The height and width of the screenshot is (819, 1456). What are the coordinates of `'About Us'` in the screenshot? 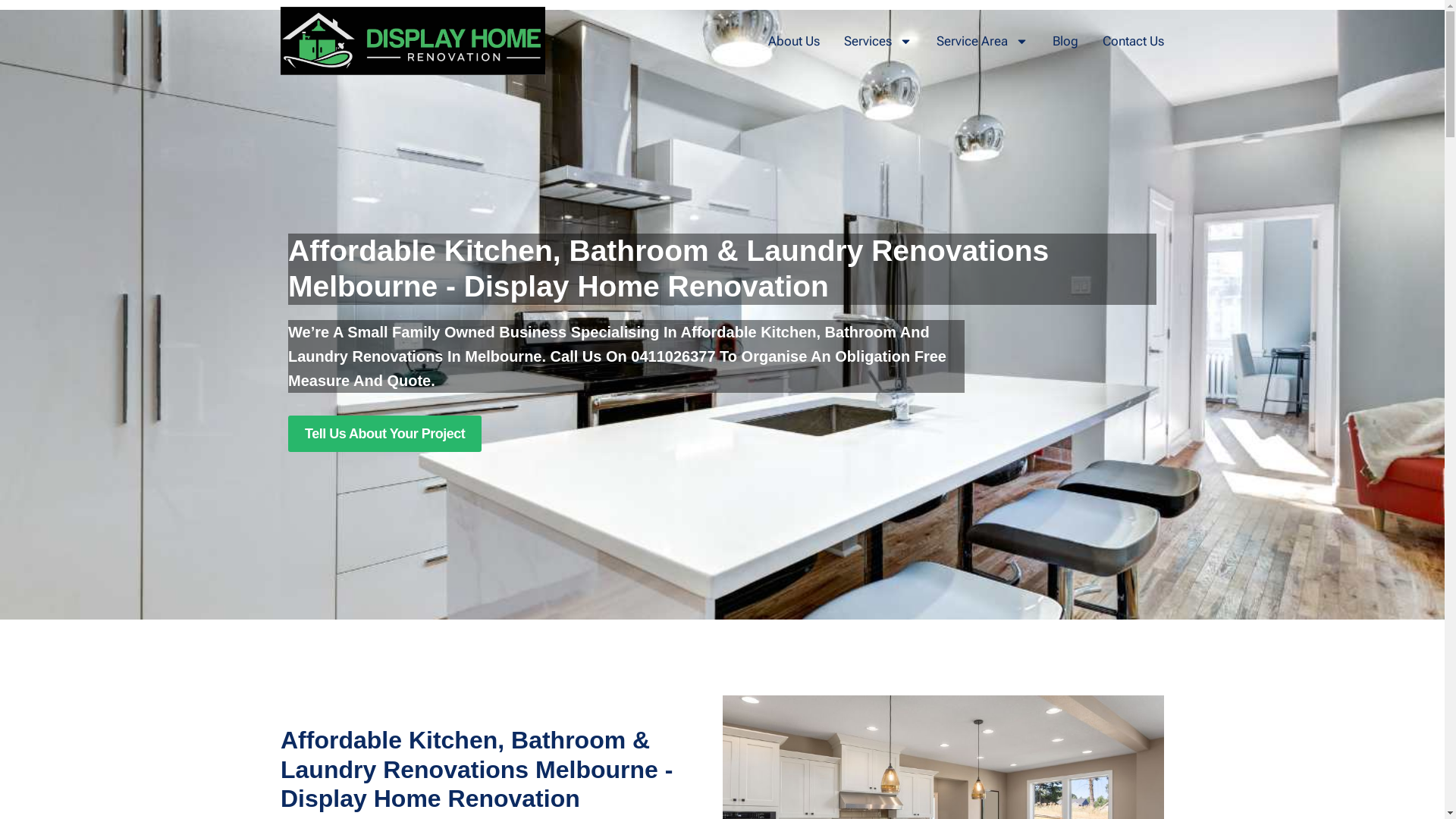 It's located at (792, 40).